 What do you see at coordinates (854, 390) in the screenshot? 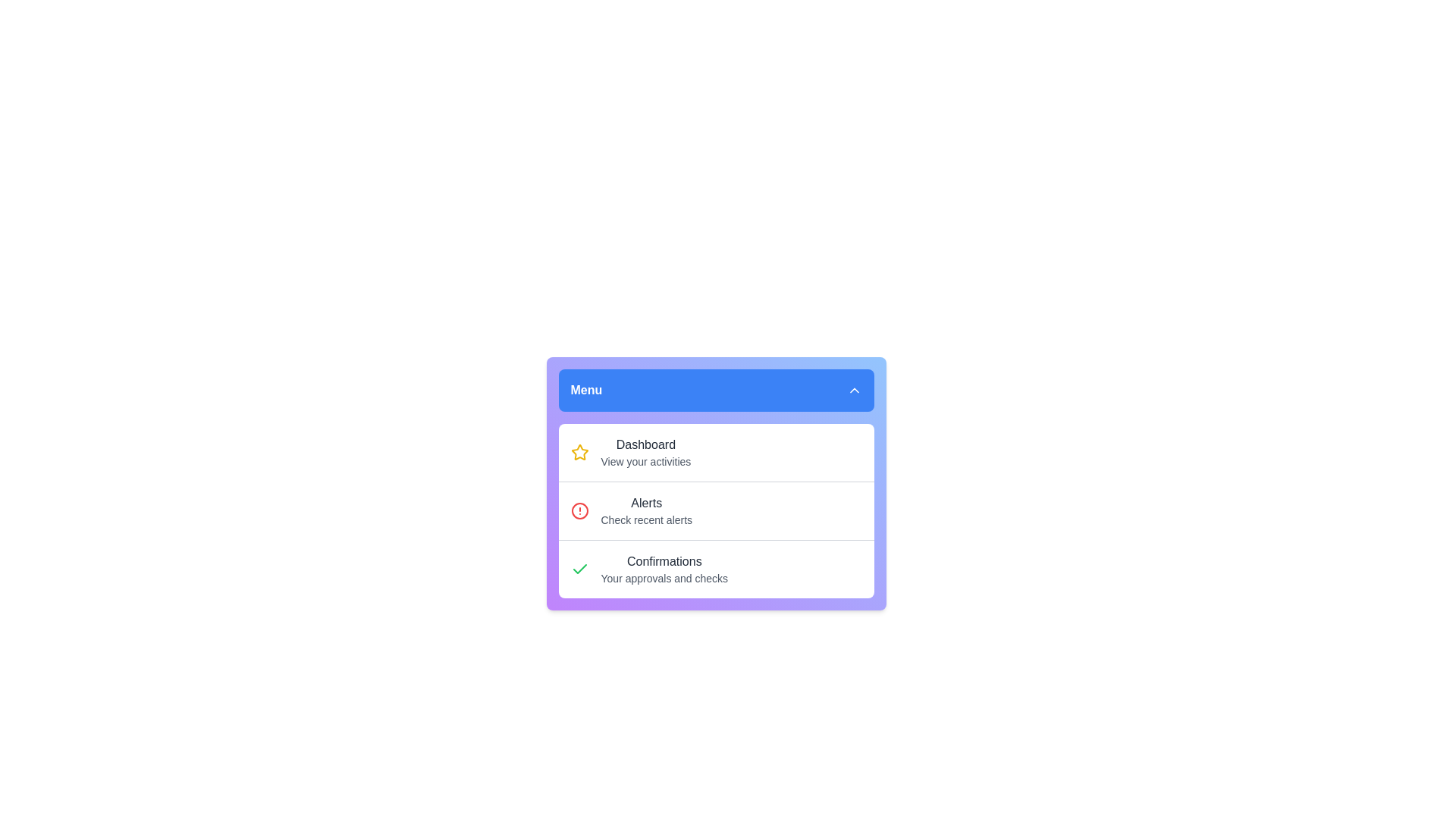
I see `the collapsible icon located at the top-right corner of the blue header section labeled 'Menu', which allows users to collapse or expand the 'Menu' section` at bounding box center [854, 390].